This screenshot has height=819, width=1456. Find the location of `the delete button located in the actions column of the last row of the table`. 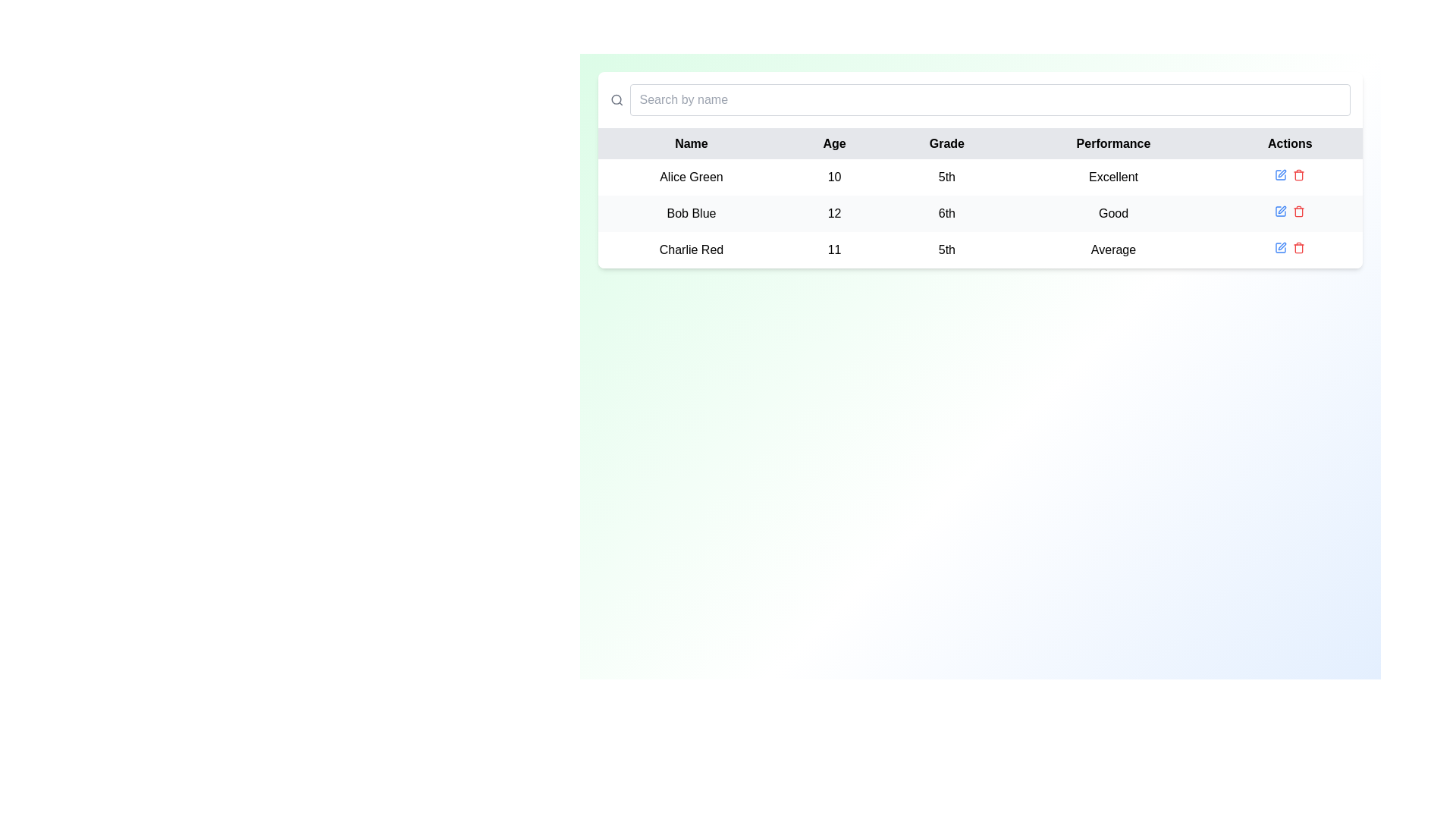

the delete button located in the actions column of the last row of the table is located at coordinates (1298, 247).